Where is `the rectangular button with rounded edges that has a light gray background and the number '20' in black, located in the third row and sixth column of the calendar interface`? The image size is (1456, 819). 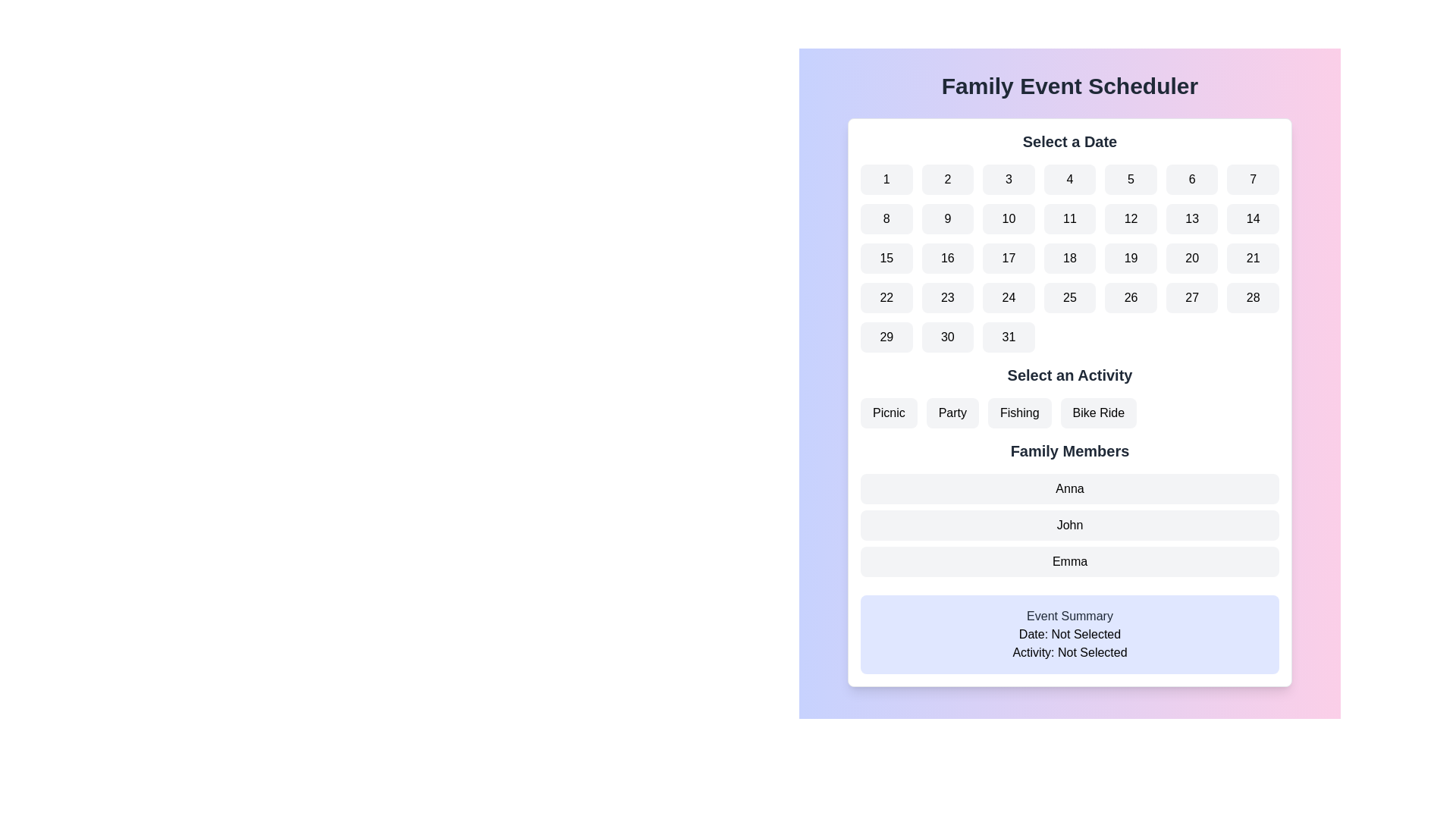
the rectangular button with rounded edges that has a light gray background and the number '20' in black, located in the third row and sixth column of the calendar interface is located at coordinates (1191, 257).